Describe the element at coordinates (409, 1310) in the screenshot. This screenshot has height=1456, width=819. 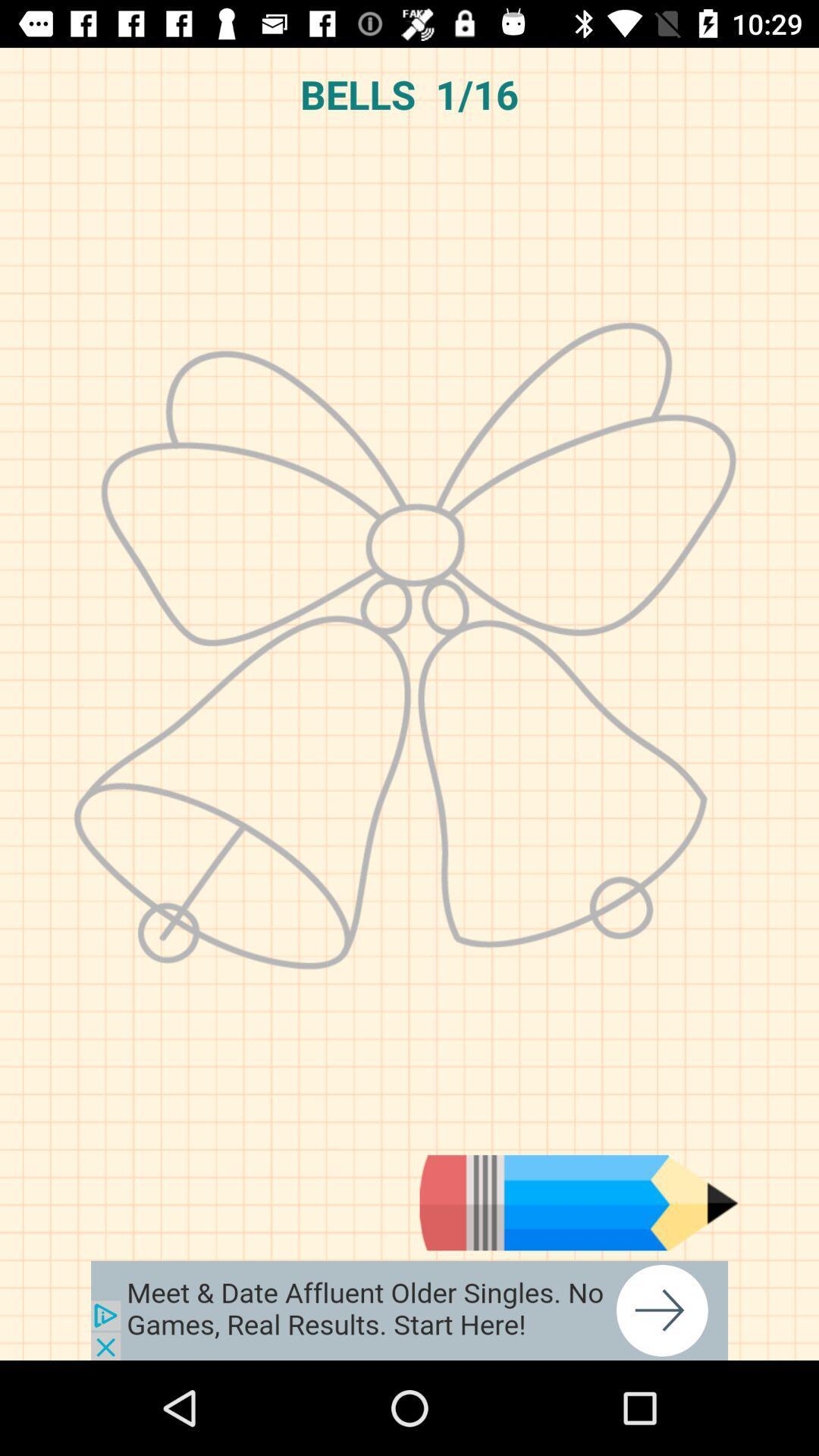
I see `advertisement` at that location.